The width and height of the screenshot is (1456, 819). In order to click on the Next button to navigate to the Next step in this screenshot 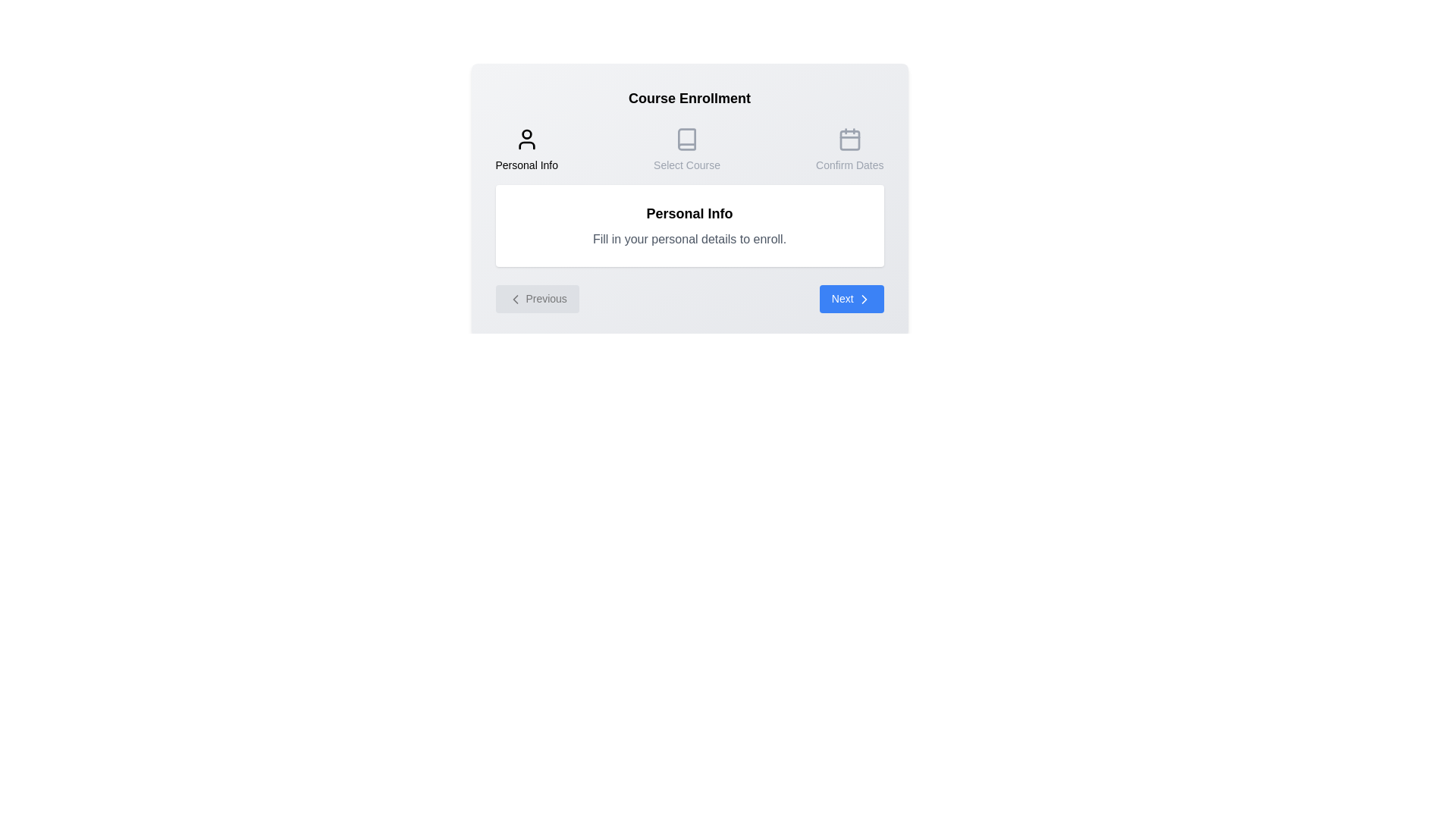, I will do `click(852, 299)`.